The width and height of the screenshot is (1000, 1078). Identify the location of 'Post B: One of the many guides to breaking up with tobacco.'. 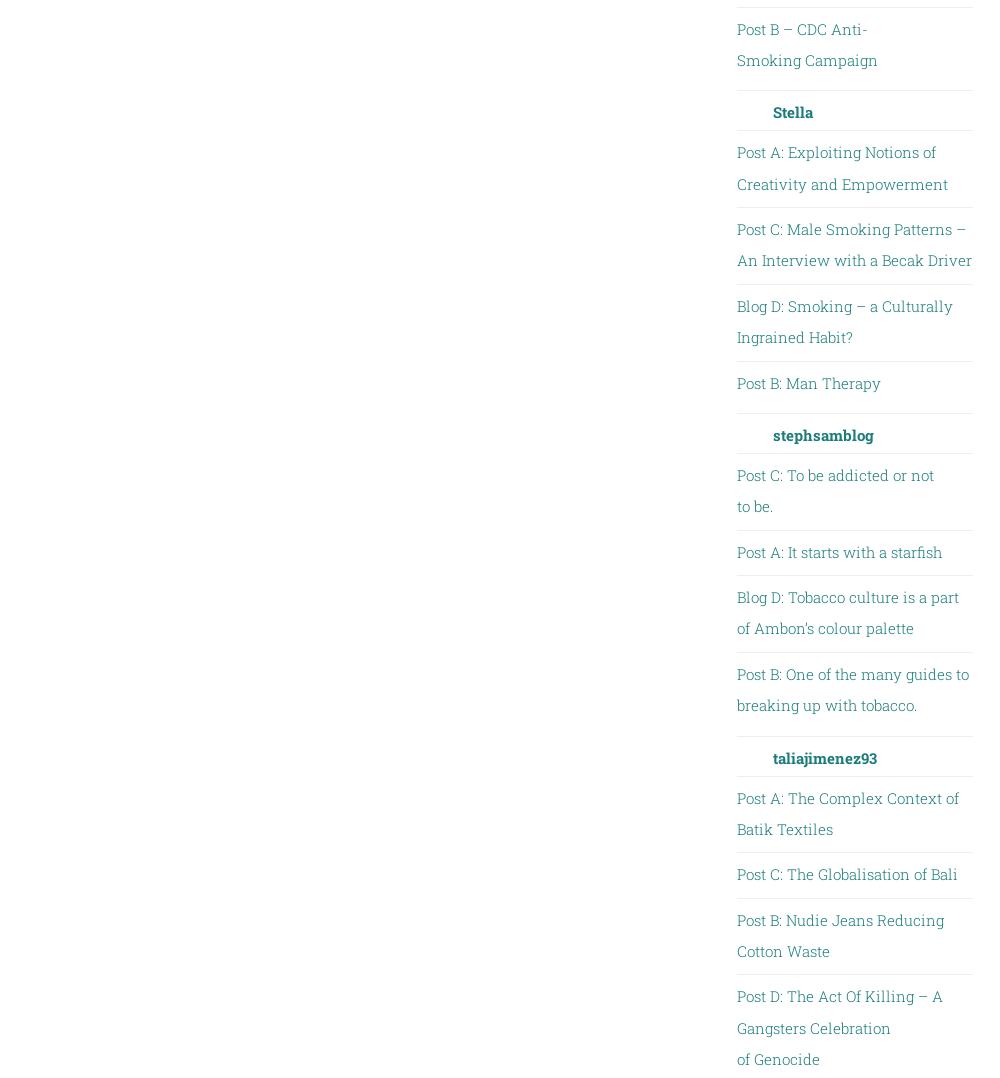
(851, 688).